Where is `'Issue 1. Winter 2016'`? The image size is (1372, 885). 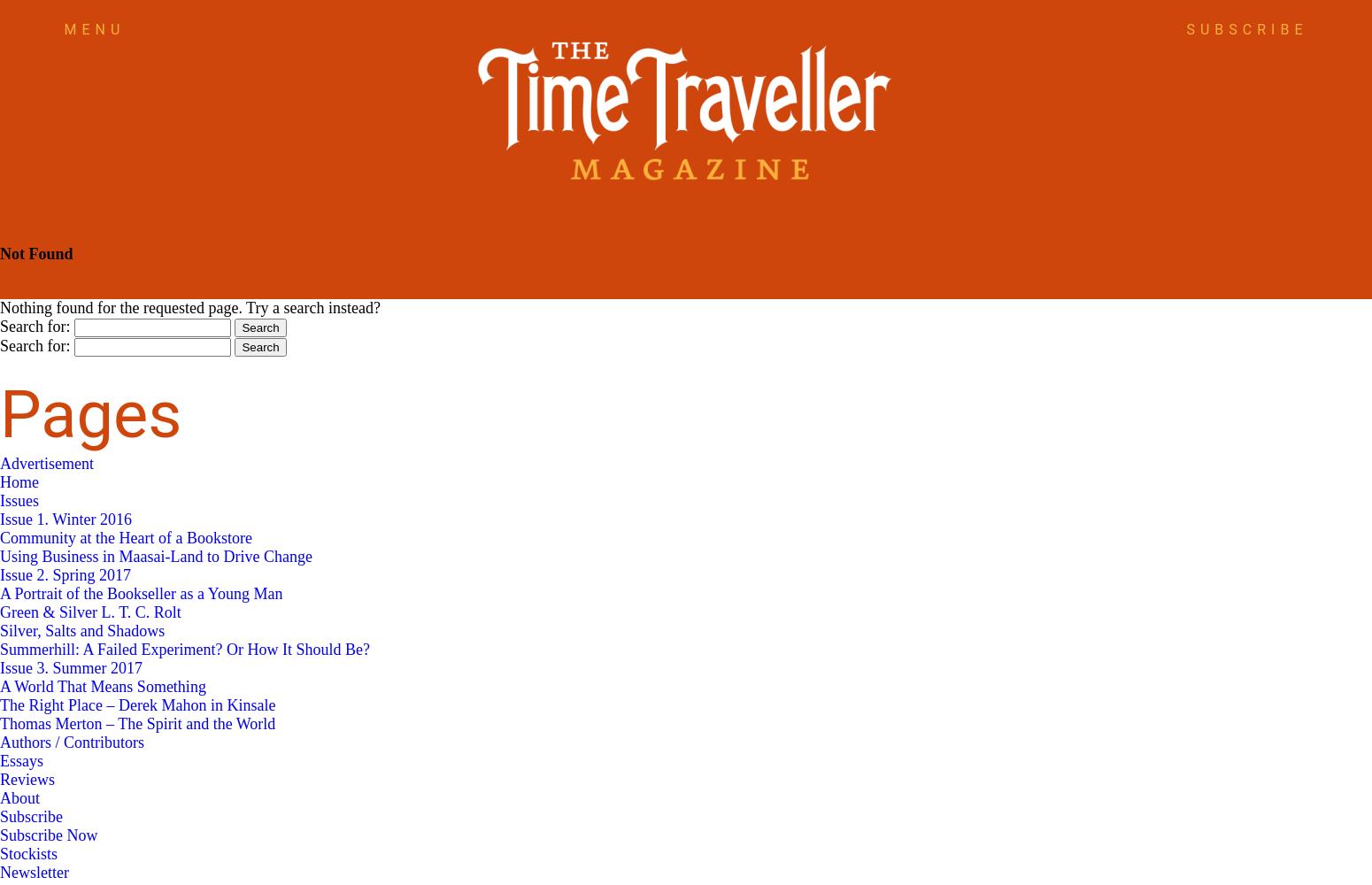 'Issue 1. Winter 2016' is located at coordinates (0, 519).